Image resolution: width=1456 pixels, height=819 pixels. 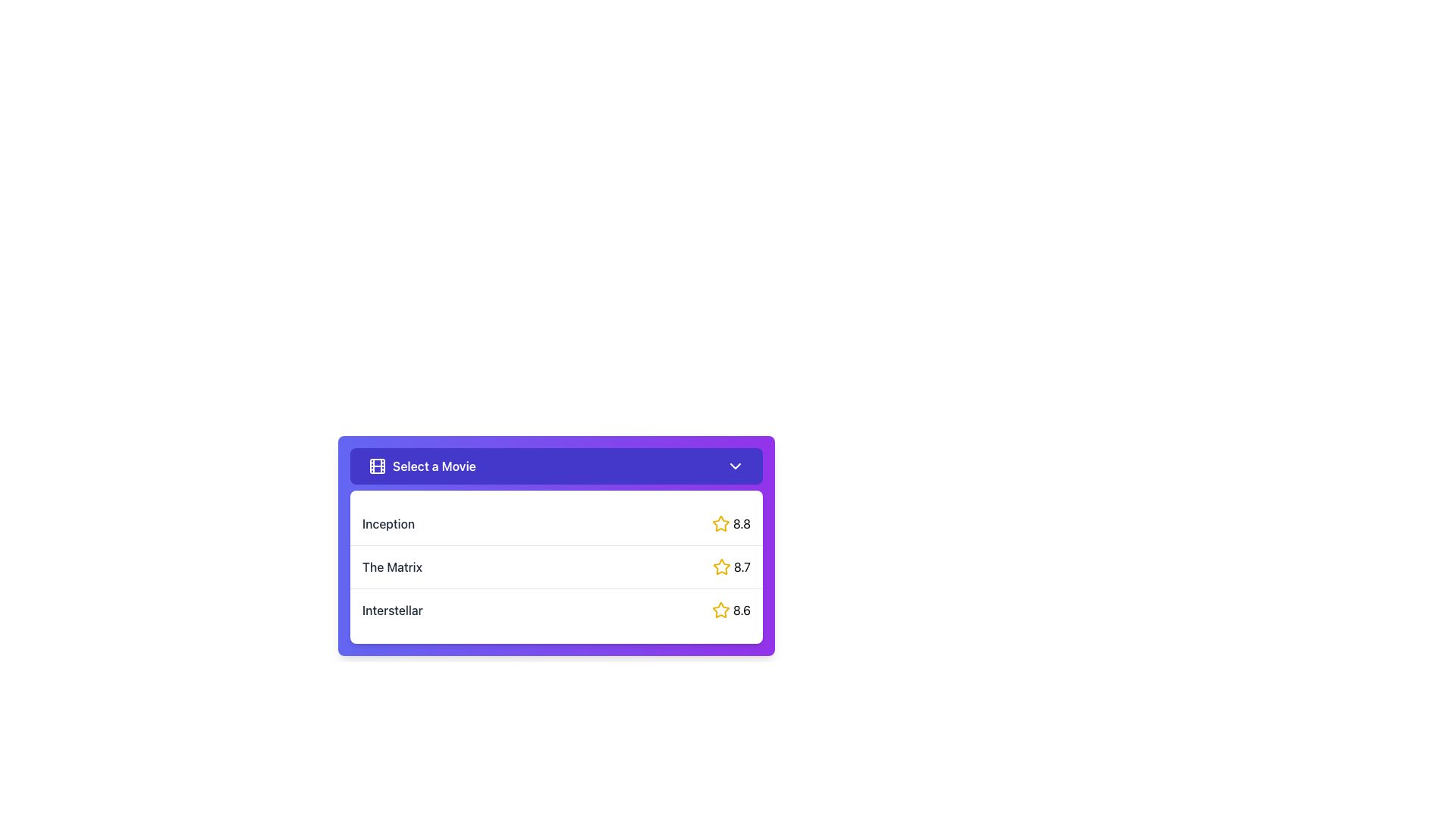 I want to click on the film icon that is an outlined glyph resembling a film reel, located at the far-left side of the 'Select a Movie' button, within a purple background bar, so click(x=378, y=465).